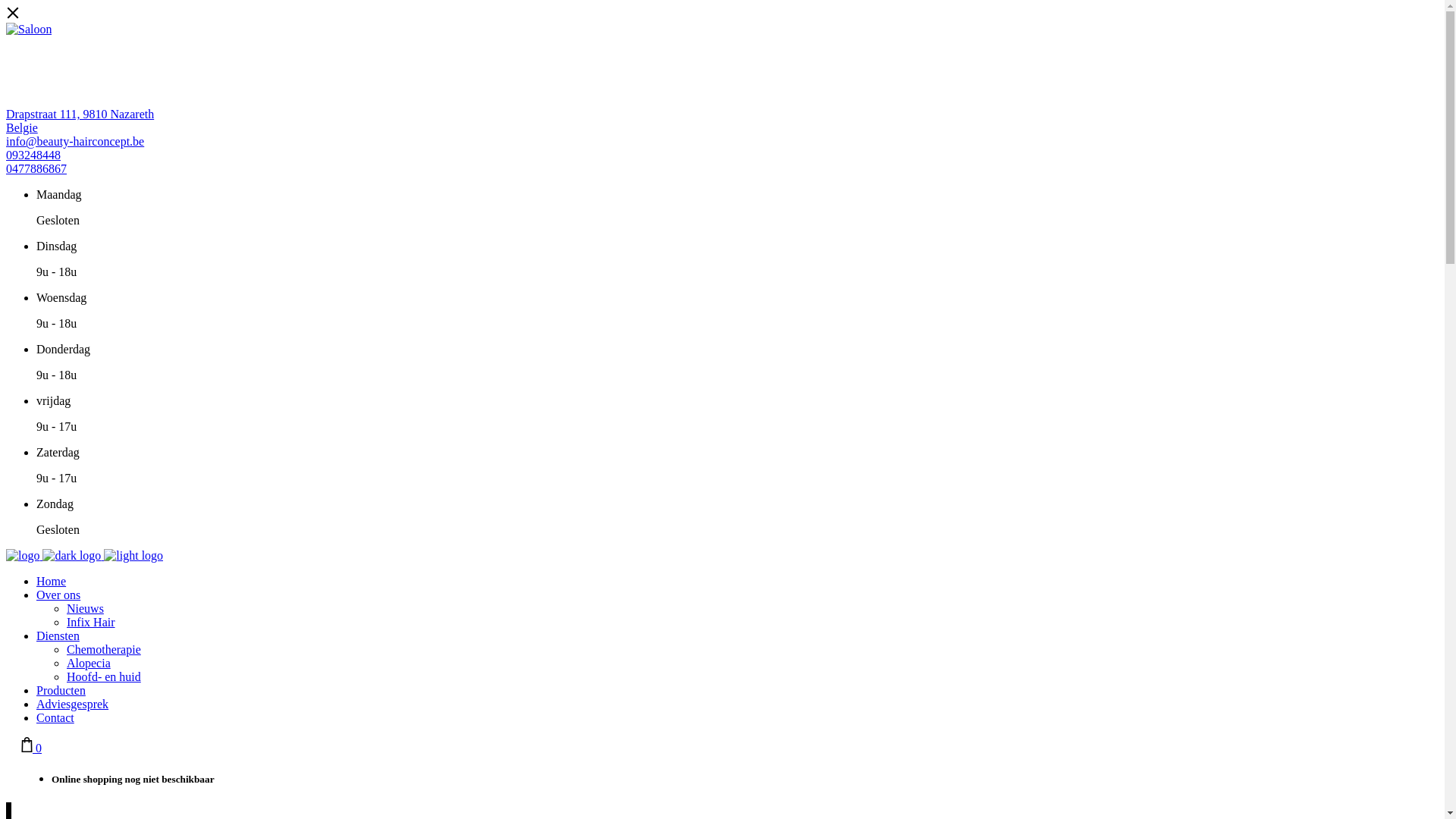  What do you see at coordinates (55, 717) in the screenshot?
I see `'Contact'` at bounding box center [55, 717].